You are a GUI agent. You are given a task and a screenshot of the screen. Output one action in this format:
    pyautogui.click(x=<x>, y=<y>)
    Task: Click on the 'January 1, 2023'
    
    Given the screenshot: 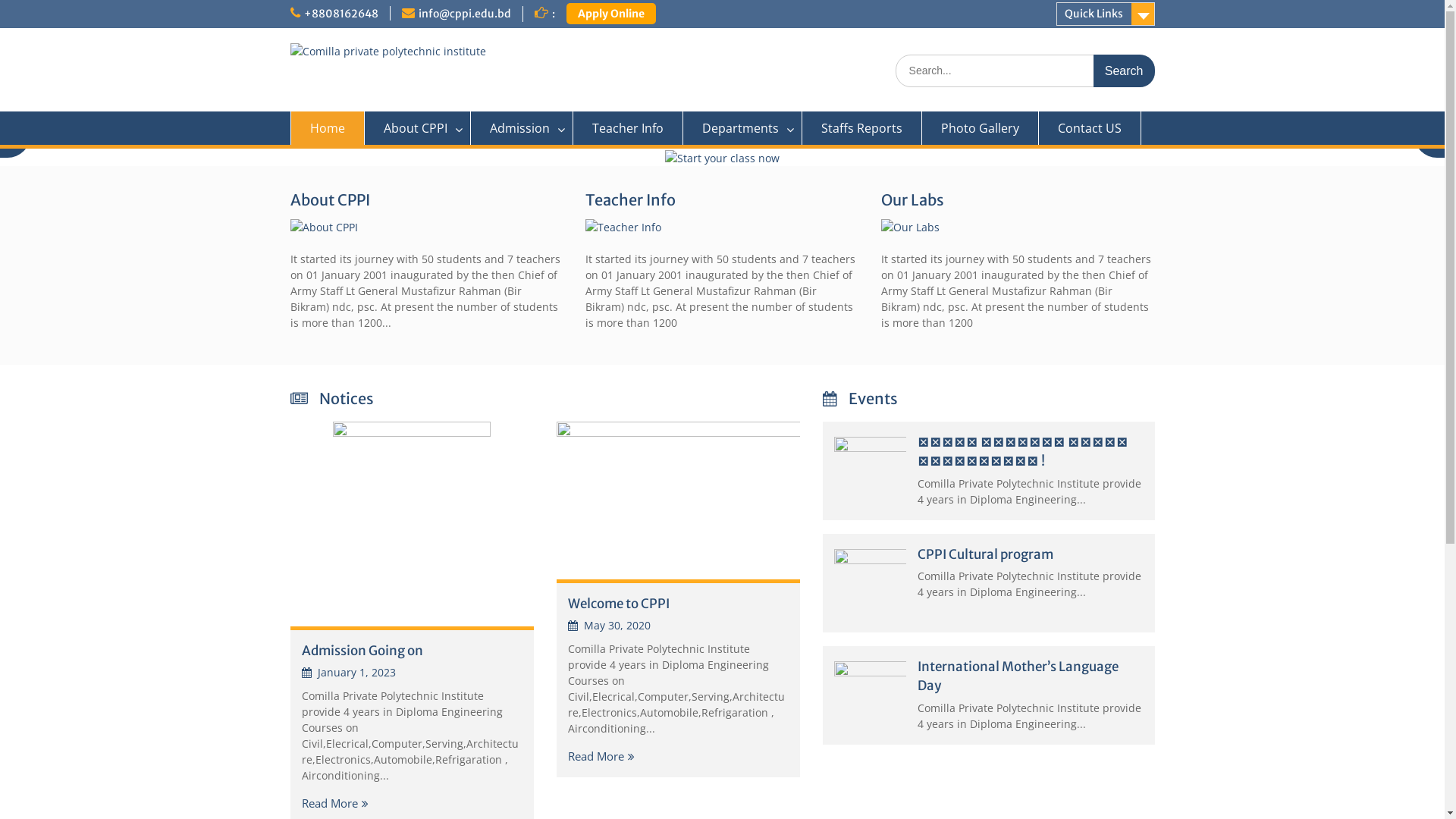 What is the action you would take?
    pyautogui.click(x=348, y=671)
    